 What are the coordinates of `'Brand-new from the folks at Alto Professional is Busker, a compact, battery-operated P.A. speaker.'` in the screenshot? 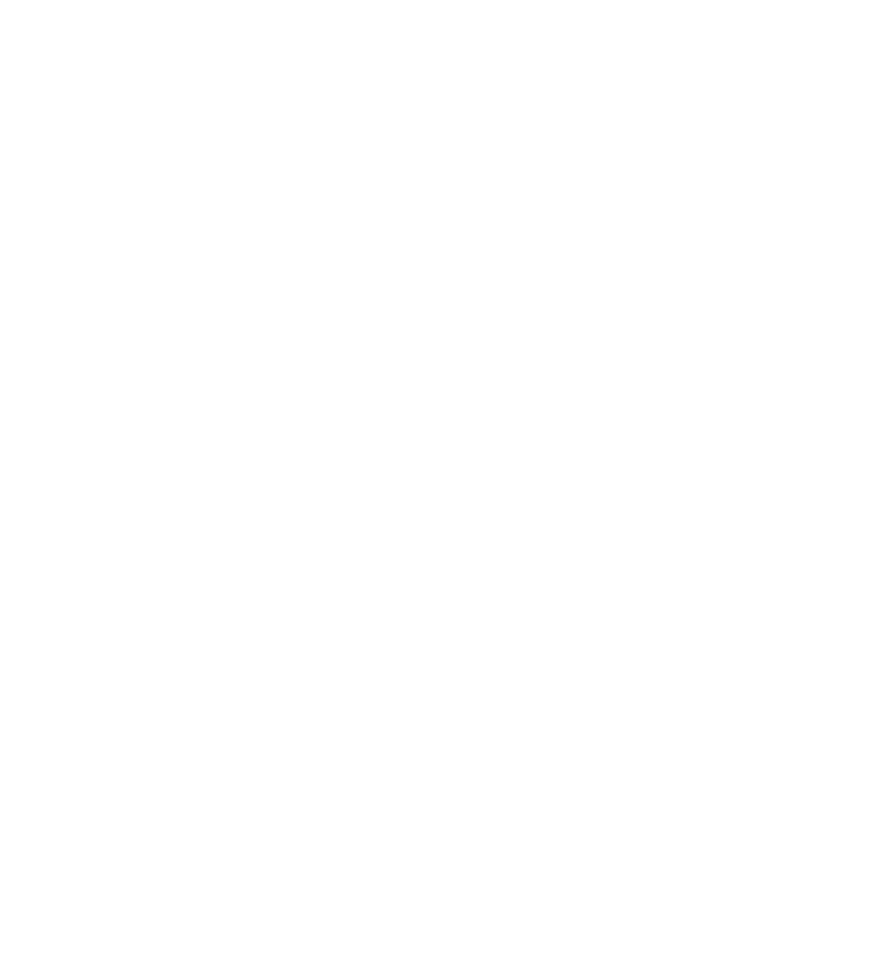 It's located at (368, 366).